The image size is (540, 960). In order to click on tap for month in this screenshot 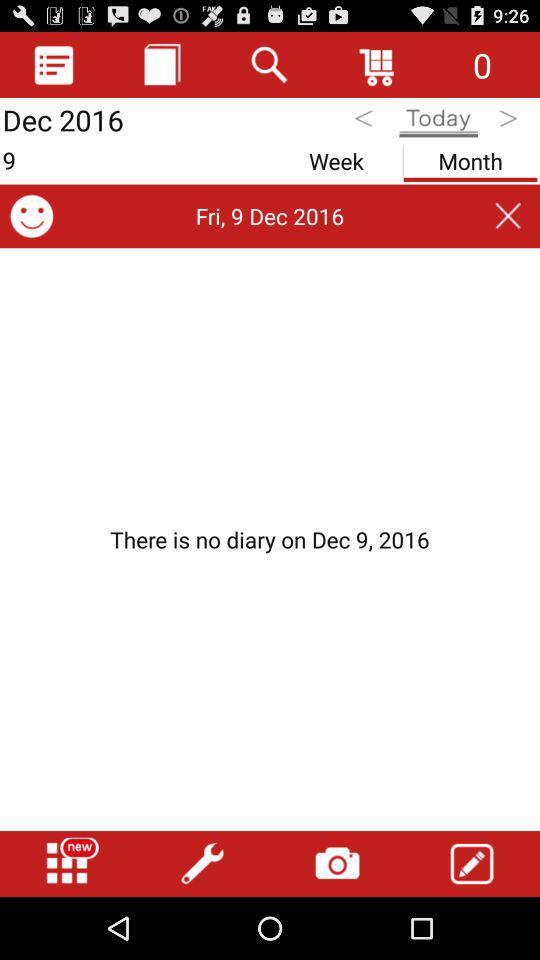, I will do `click(470, 156)`.